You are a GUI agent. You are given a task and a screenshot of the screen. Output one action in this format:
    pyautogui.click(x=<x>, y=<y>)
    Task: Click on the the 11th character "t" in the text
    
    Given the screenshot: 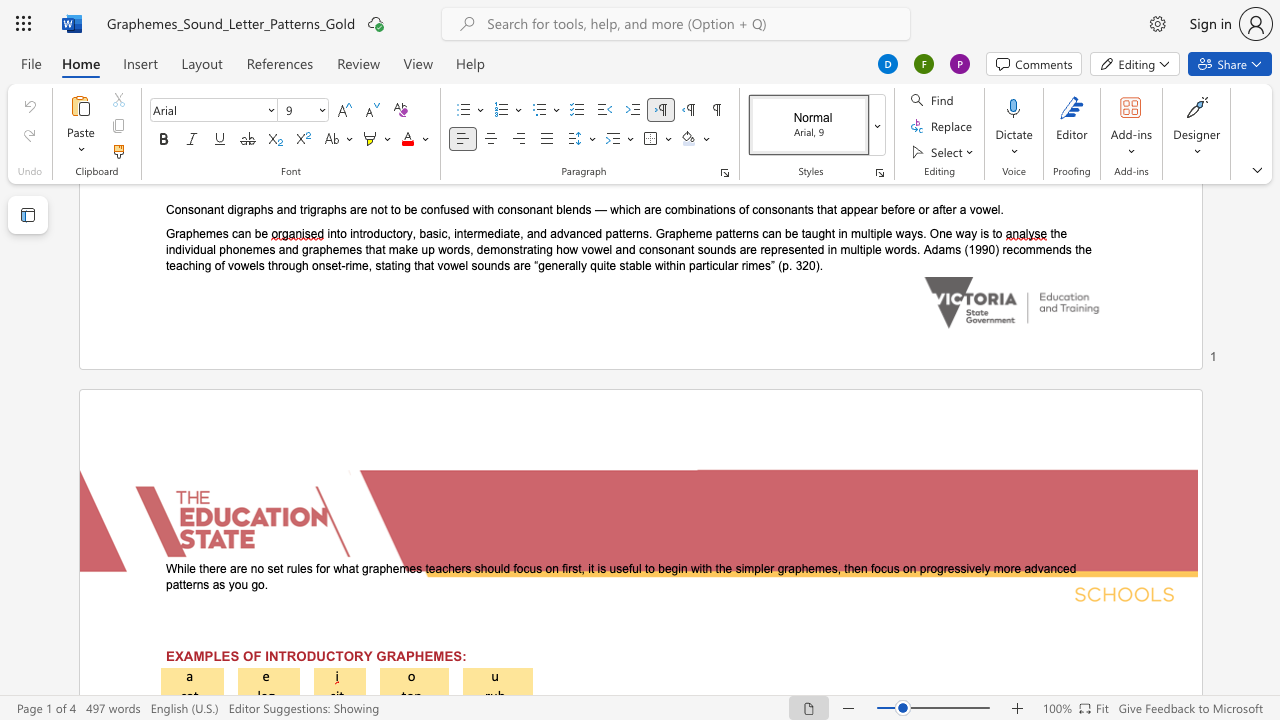 What is the action you would take?
    pyautogui.click(x=180, y=585)
    